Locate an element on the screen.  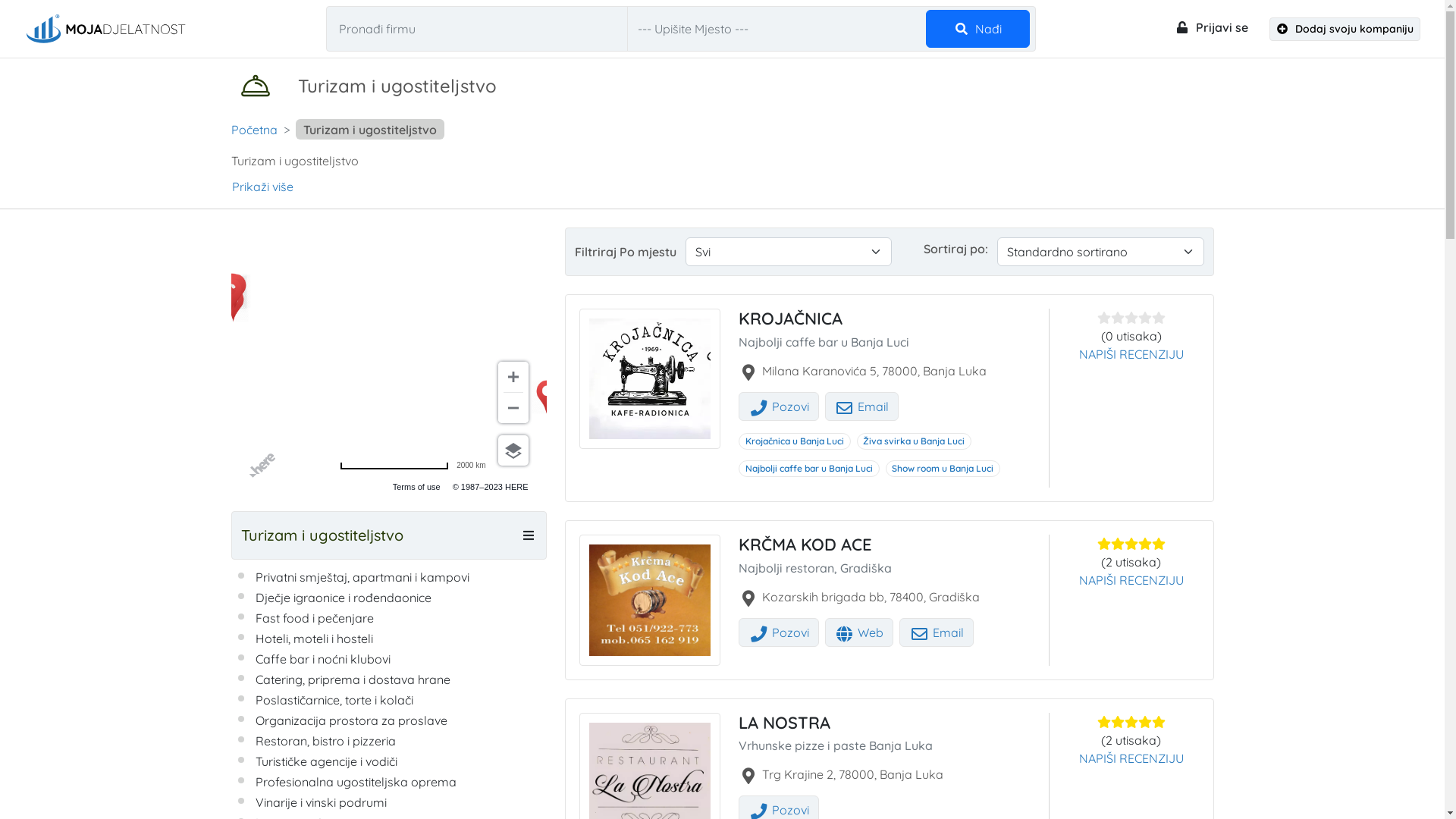
'Zoom out' is located at coordinates (497, 406).